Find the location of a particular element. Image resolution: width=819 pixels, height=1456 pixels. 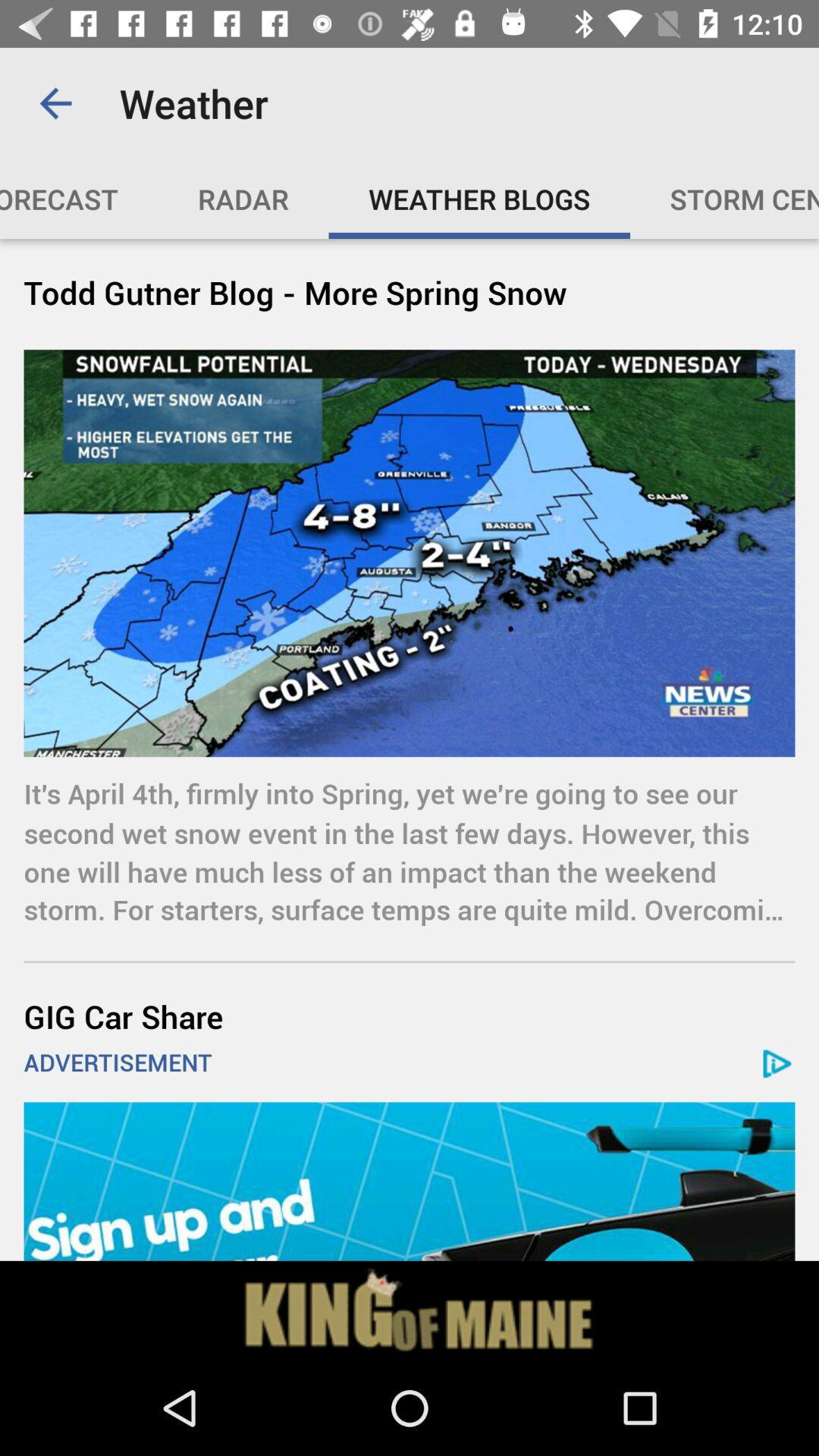

the icon above the advertisement icon is located at coordinates (409, 1016).